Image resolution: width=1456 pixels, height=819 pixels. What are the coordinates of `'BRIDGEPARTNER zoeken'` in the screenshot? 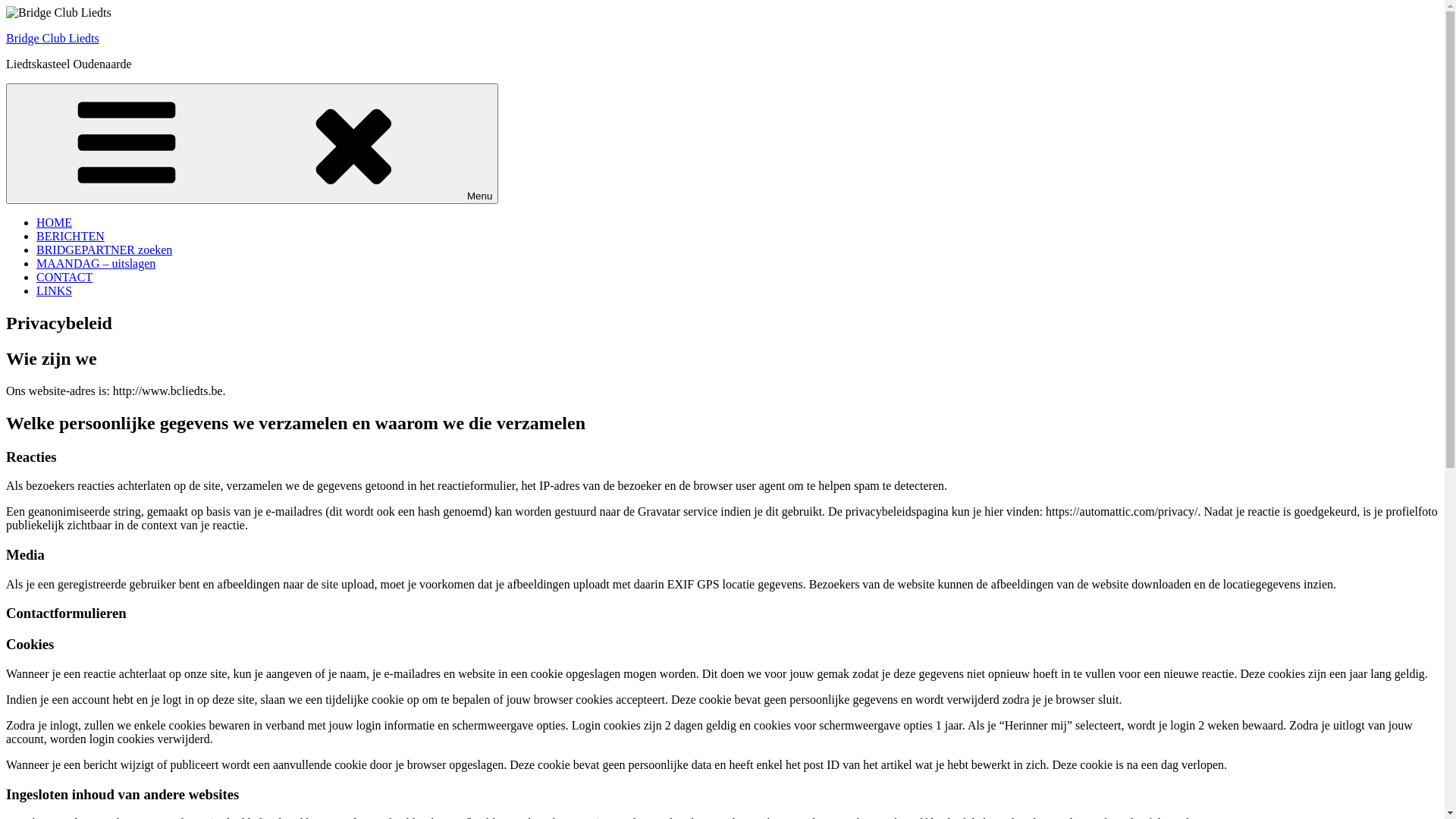 It's located at (36, 249).